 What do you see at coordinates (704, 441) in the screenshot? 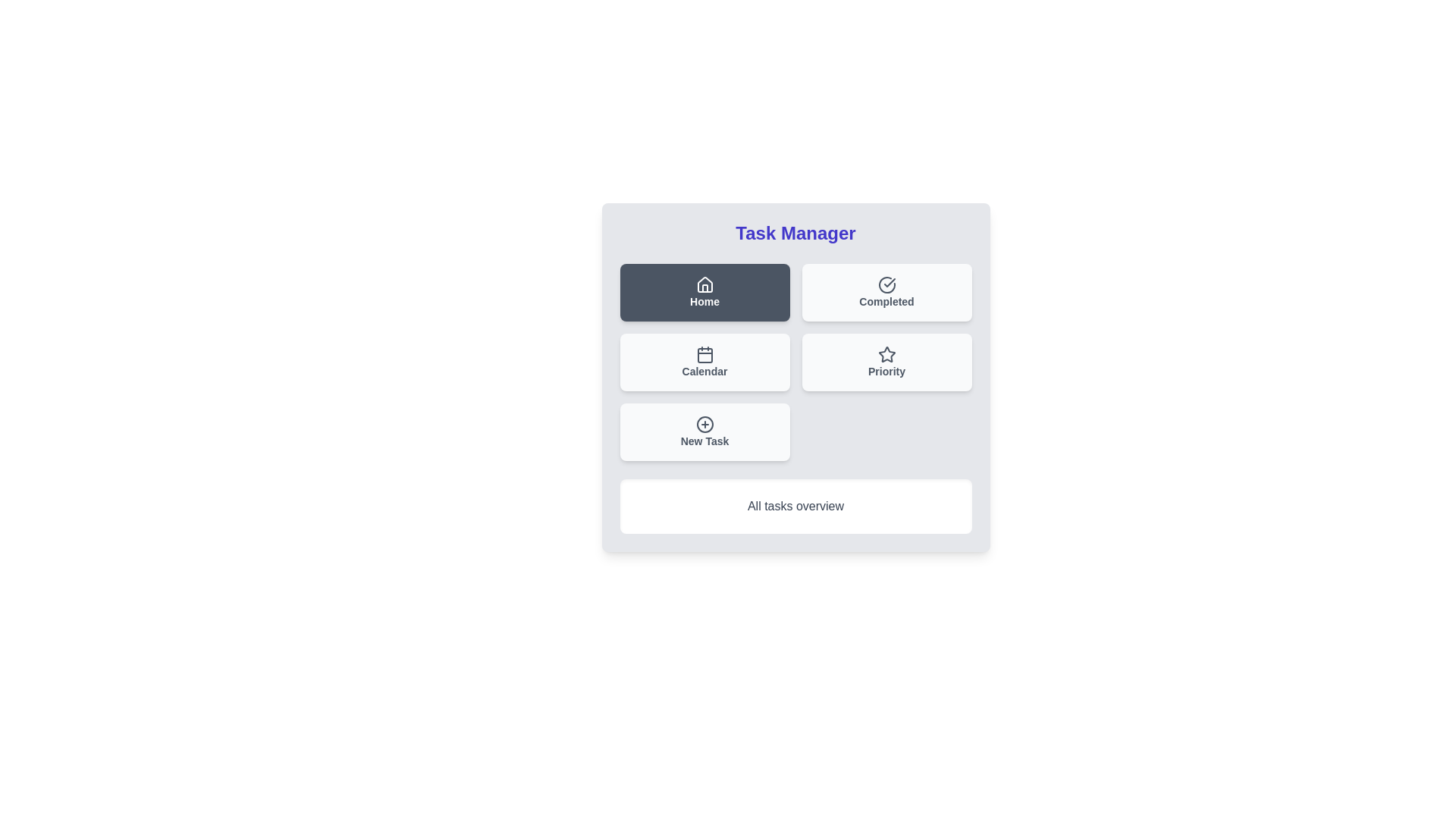
I see `the 'New Task' button that contains a circular plus sign icon and the text displayed in a bold sans-serif font style` at bounding box center [704, 441].